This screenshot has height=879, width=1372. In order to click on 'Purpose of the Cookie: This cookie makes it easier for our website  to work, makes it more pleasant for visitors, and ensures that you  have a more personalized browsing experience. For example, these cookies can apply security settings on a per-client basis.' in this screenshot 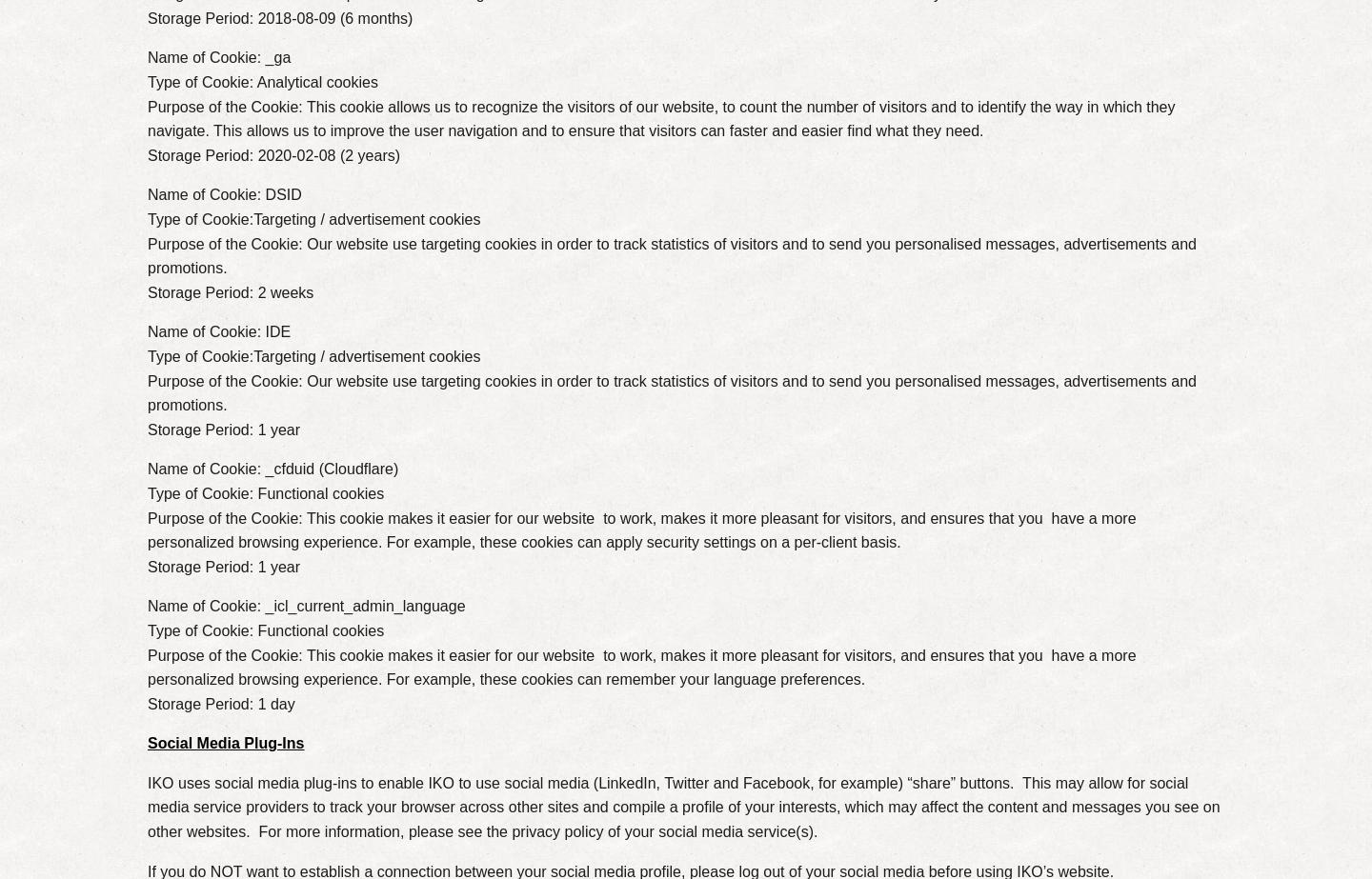, I will do `click(641, 529)`.